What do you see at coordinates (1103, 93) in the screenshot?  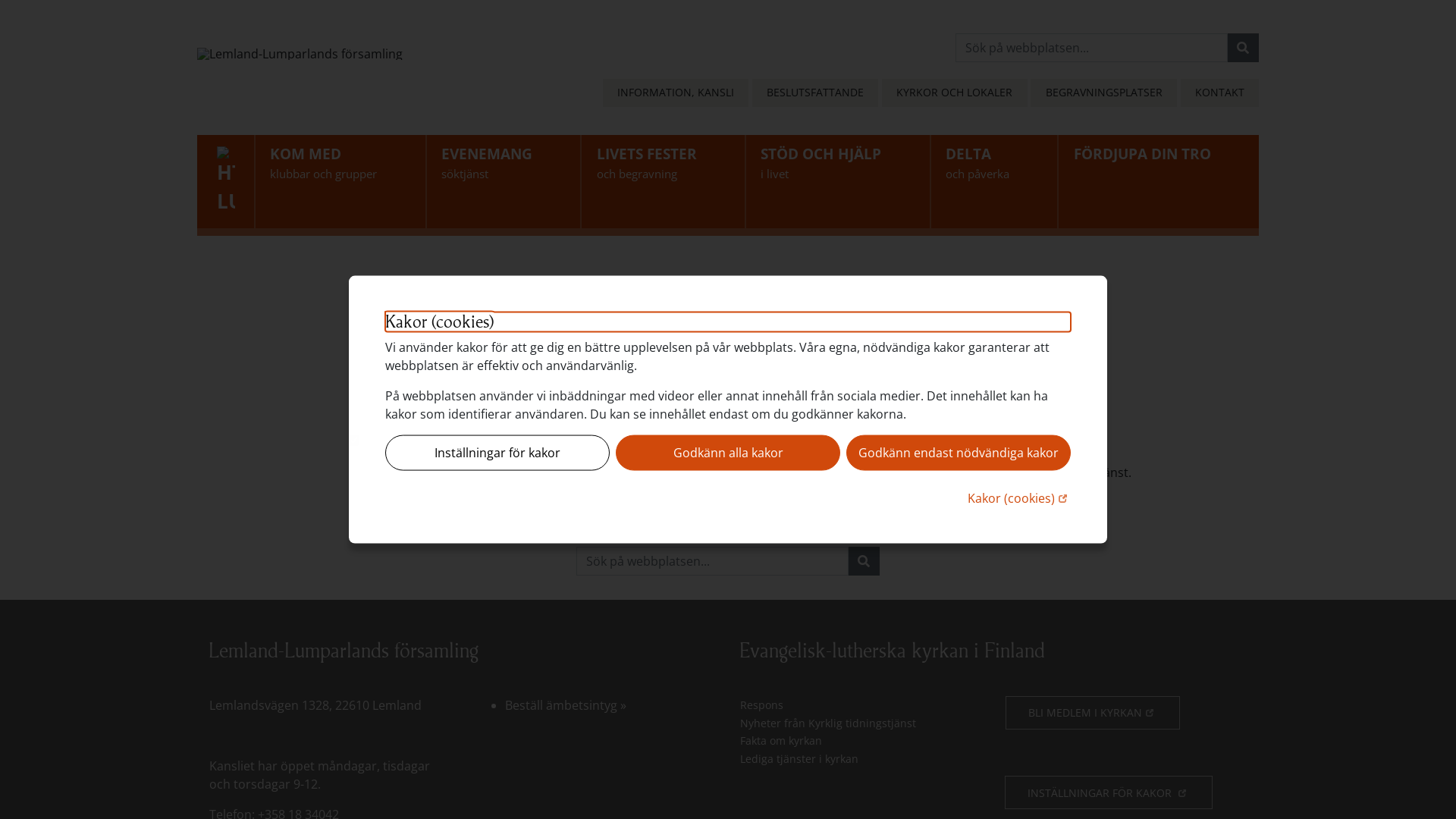 I see `'BEGRAVNINGSPLATSER'` at bounding box center [1103, 93].